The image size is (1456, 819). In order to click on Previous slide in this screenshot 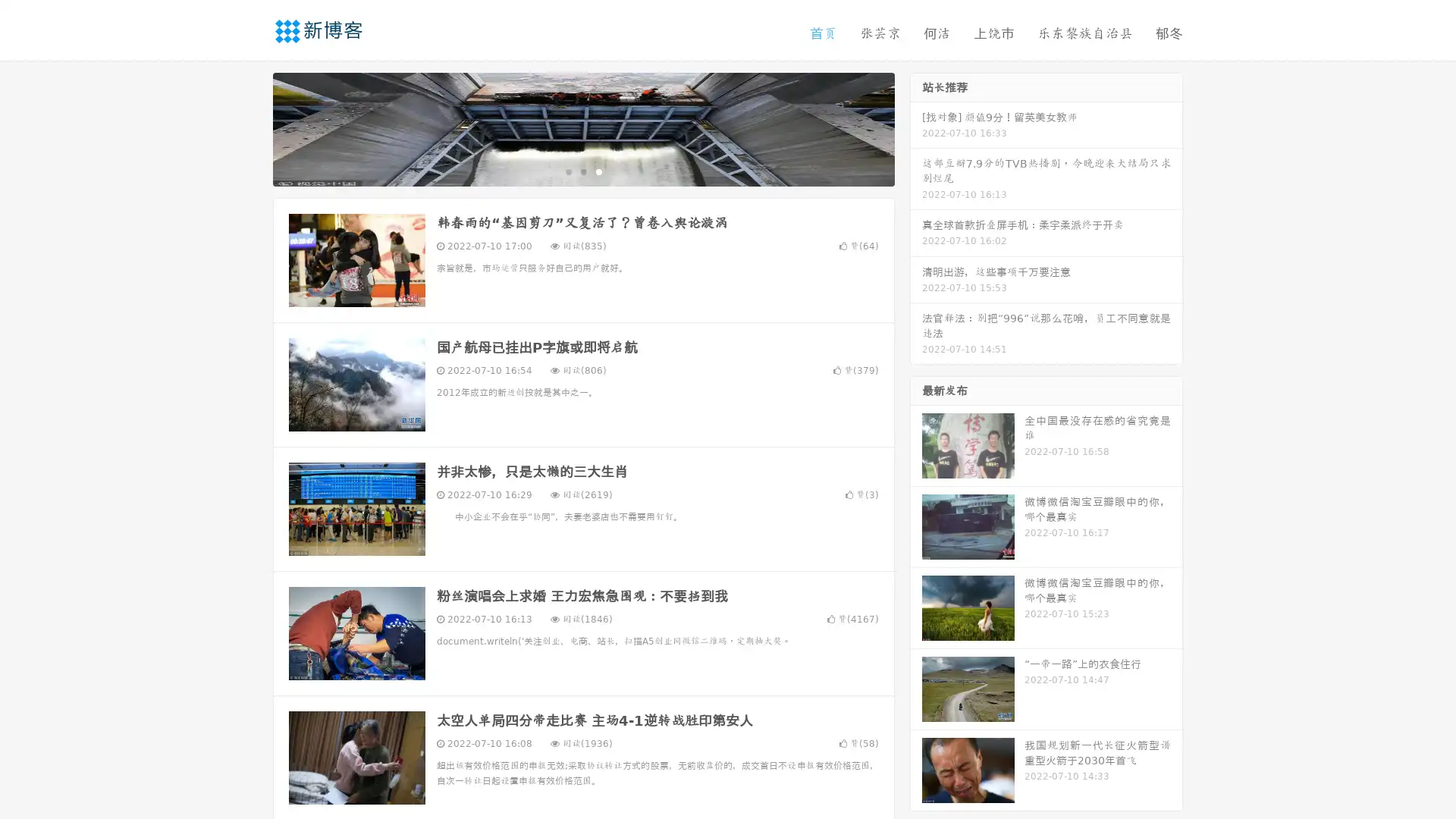, I will do `click(250, 127)`.